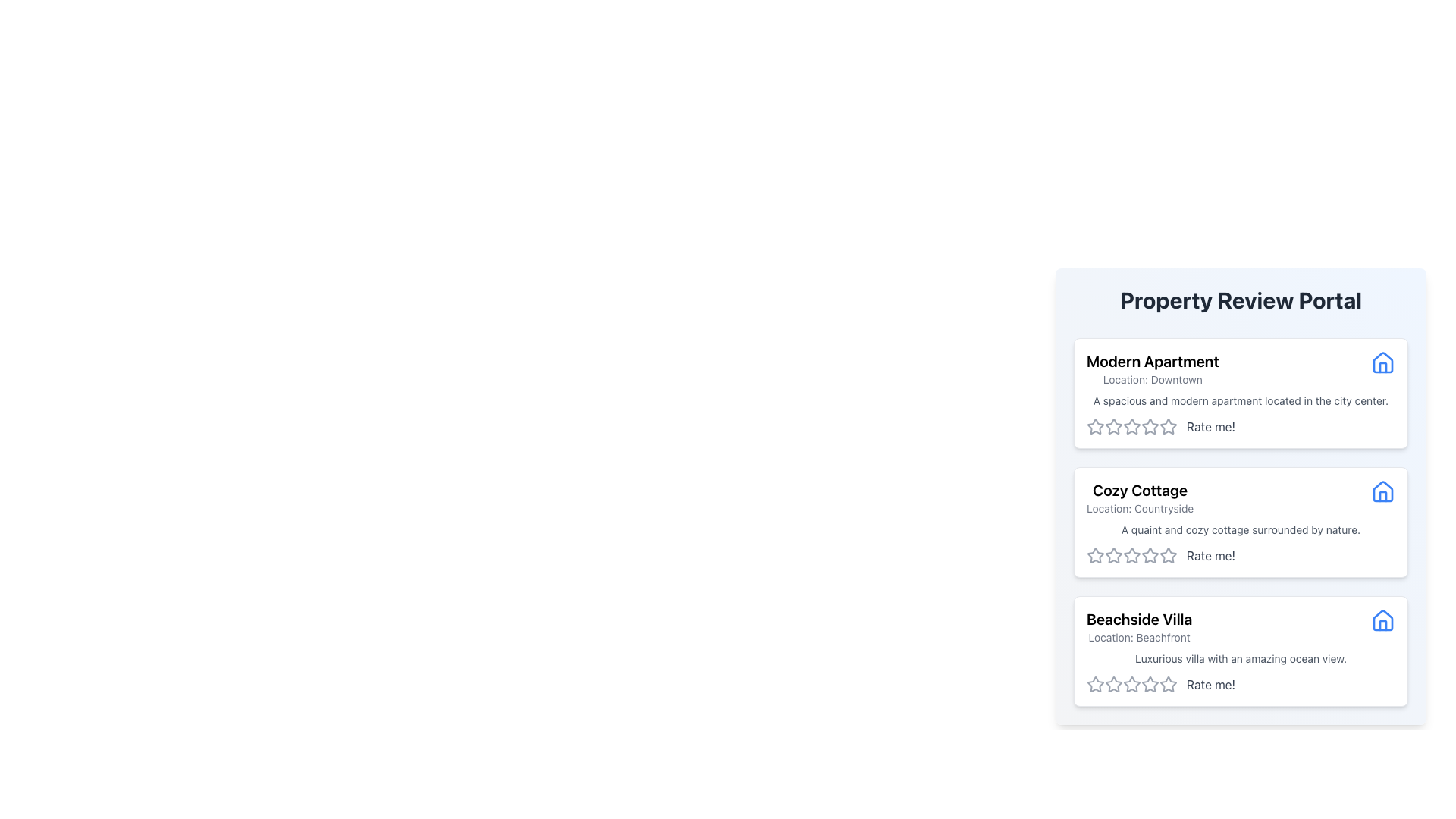 The height and width of the screenshot is (819, 1456). What do you see at coordinates (1113, 427) in the screenshot?
I see `the second star in the five-star rating component under the 'Modern Apartment' card in the 'Property Review Portal' interface` at bounding box center [1113, 427].